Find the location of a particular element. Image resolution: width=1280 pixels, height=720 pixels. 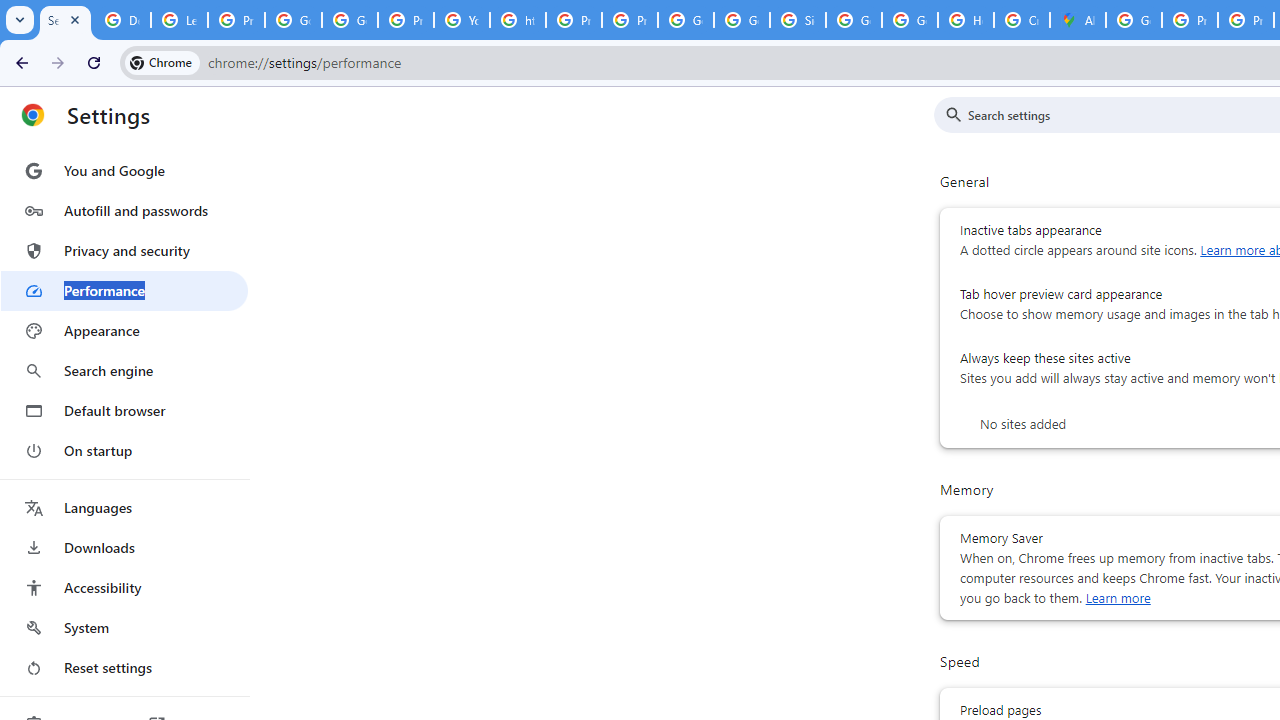

'Accessibility' is located at coordinates (123, 586).